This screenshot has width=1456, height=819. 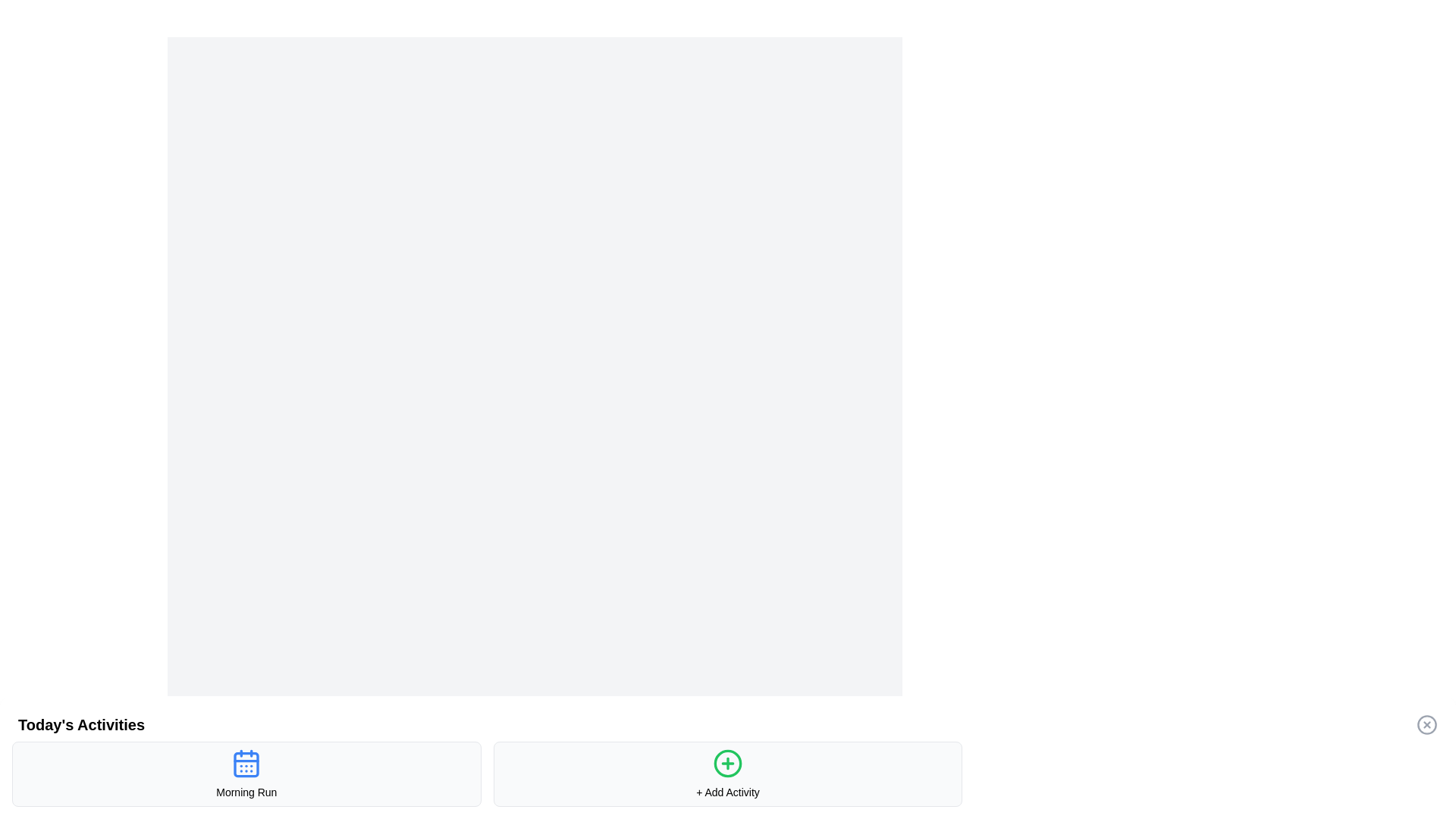 What do you see at coordinates (728, 774) in the screenshot?
I see `the green circular icon with a plus sign above the text '+ Add Activity'` at bounding box center [728, 774].